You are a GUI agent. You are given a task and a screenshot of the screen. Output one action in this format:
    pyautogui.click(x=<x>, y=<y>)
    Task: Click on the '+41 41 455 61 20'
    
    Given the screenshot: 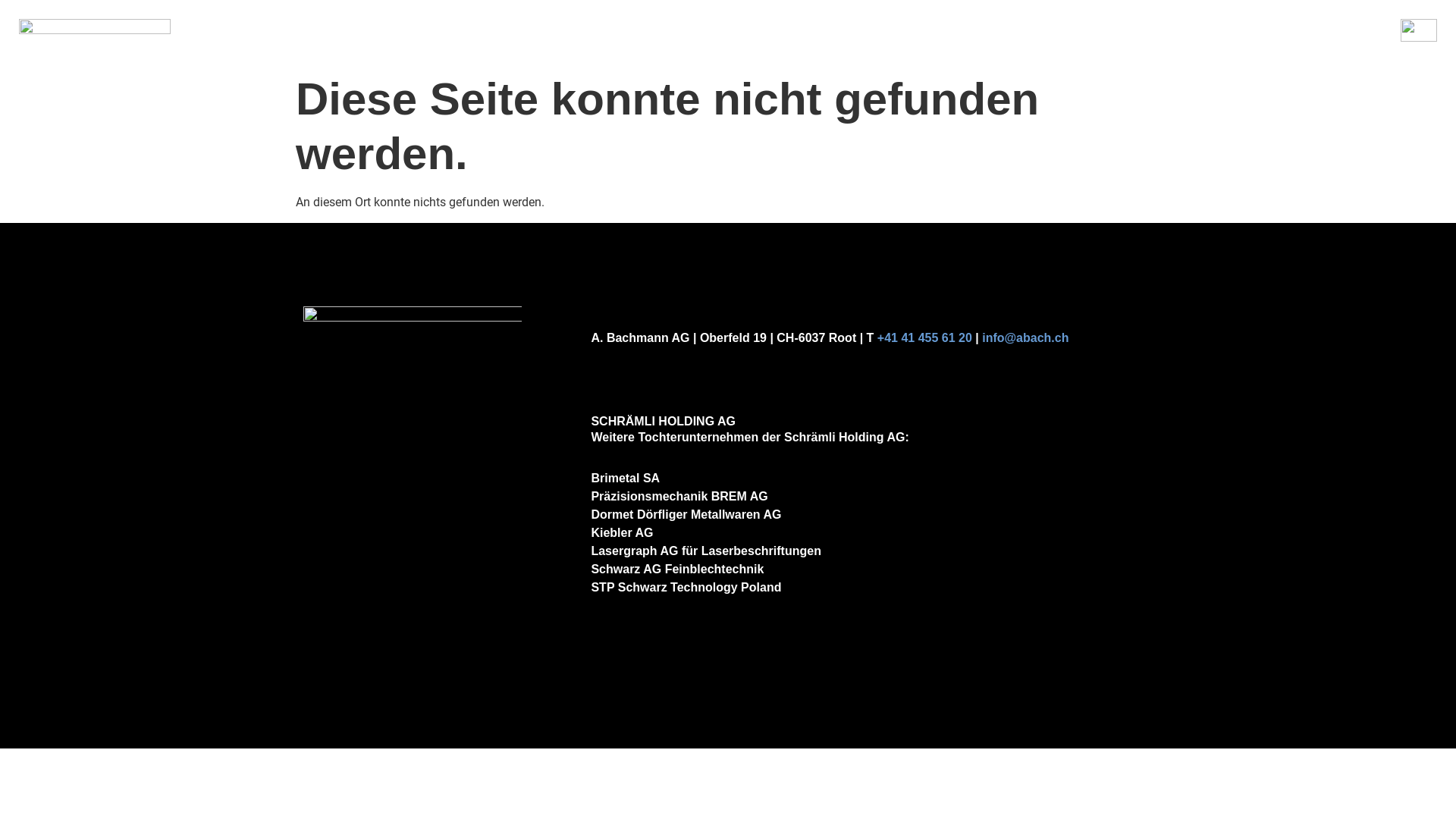 What is the action you would take?
    pyautogui.click(x=924, y=337)
    